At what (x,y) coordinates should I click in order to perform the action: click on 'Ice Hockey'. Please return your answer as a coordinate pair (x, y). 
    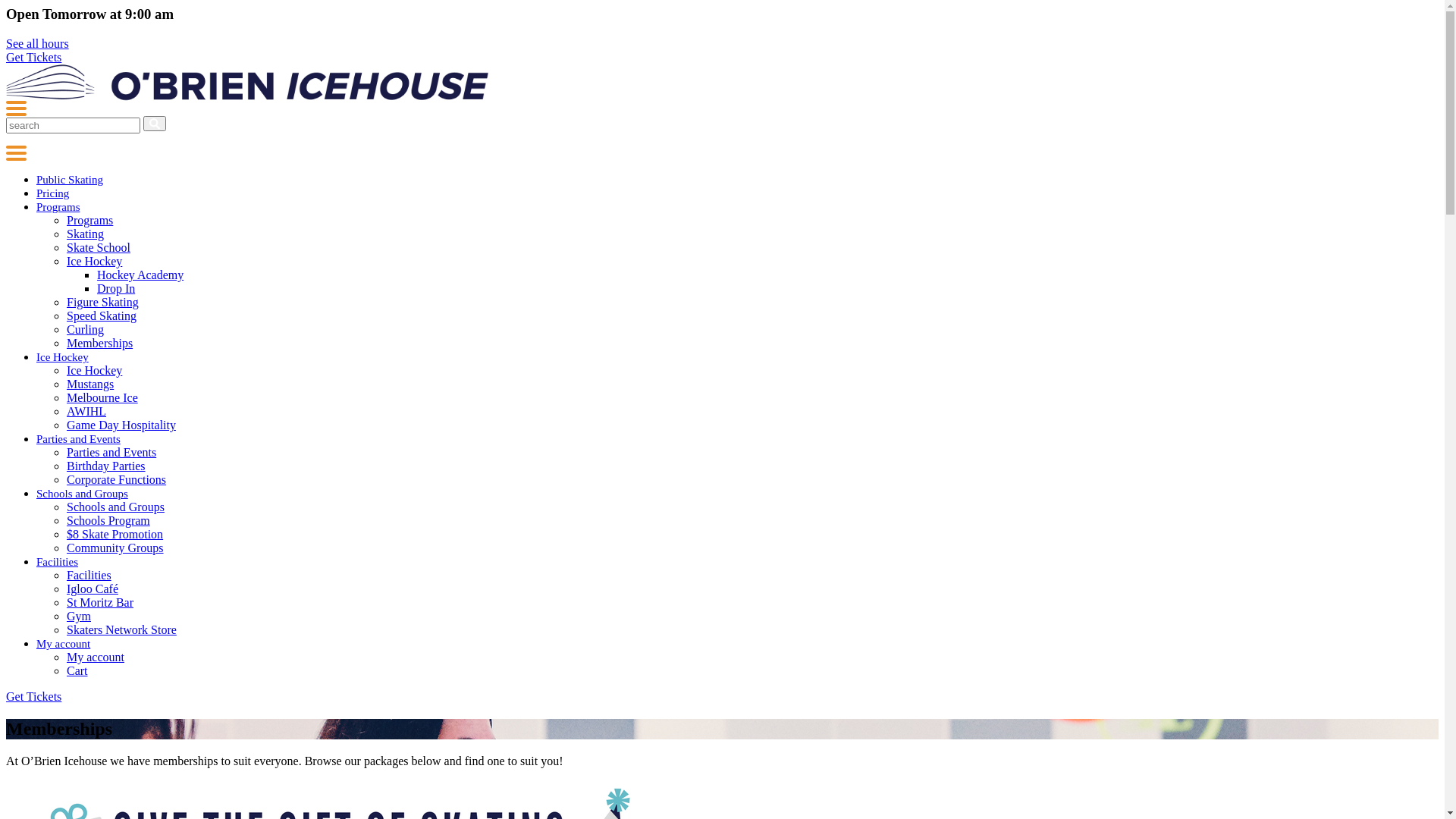
    Looking at the image, I should click on (61, 356).